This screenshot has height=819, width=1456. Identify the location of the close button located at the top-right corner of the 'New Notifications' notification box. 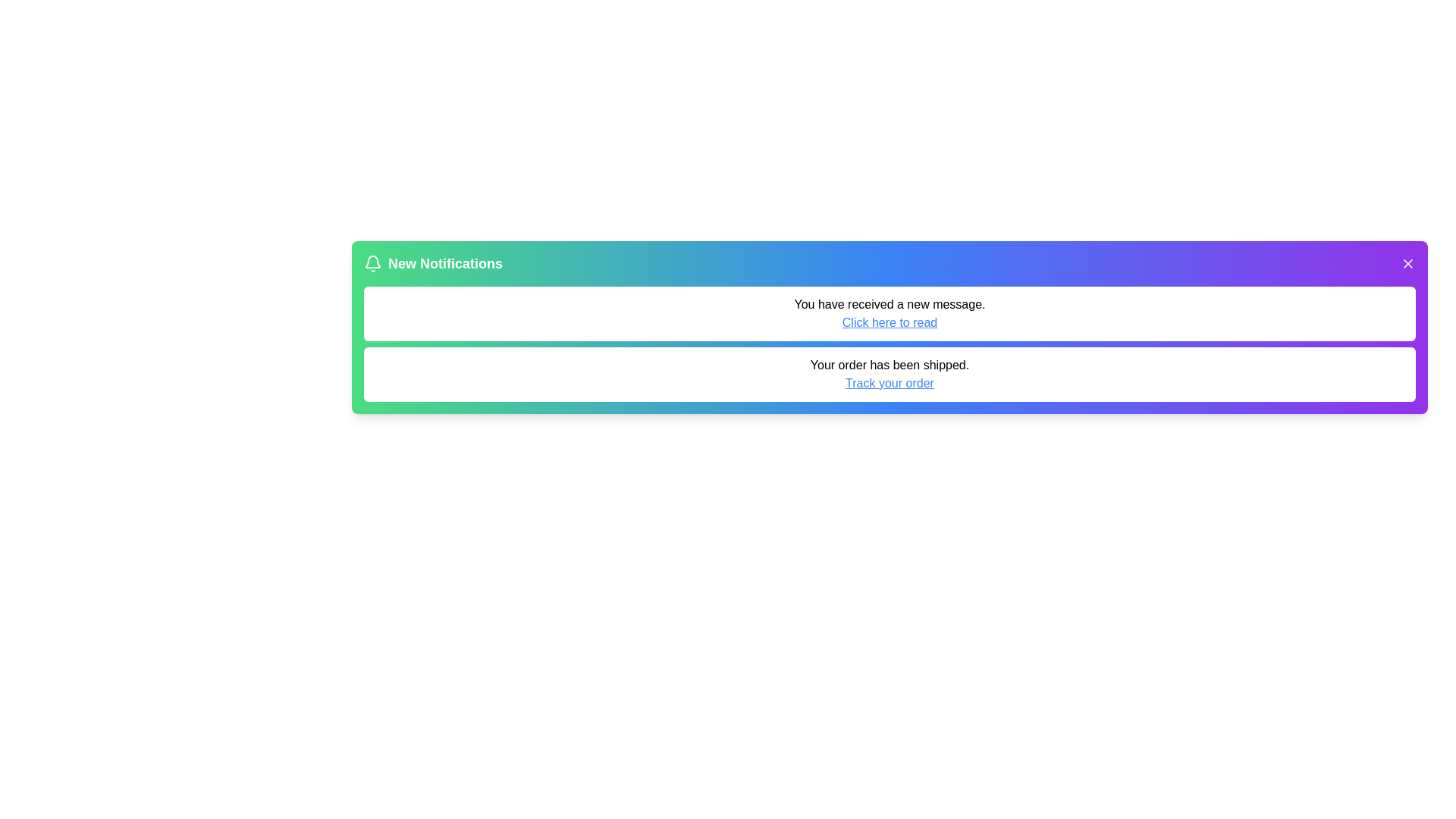
(1407, 262).